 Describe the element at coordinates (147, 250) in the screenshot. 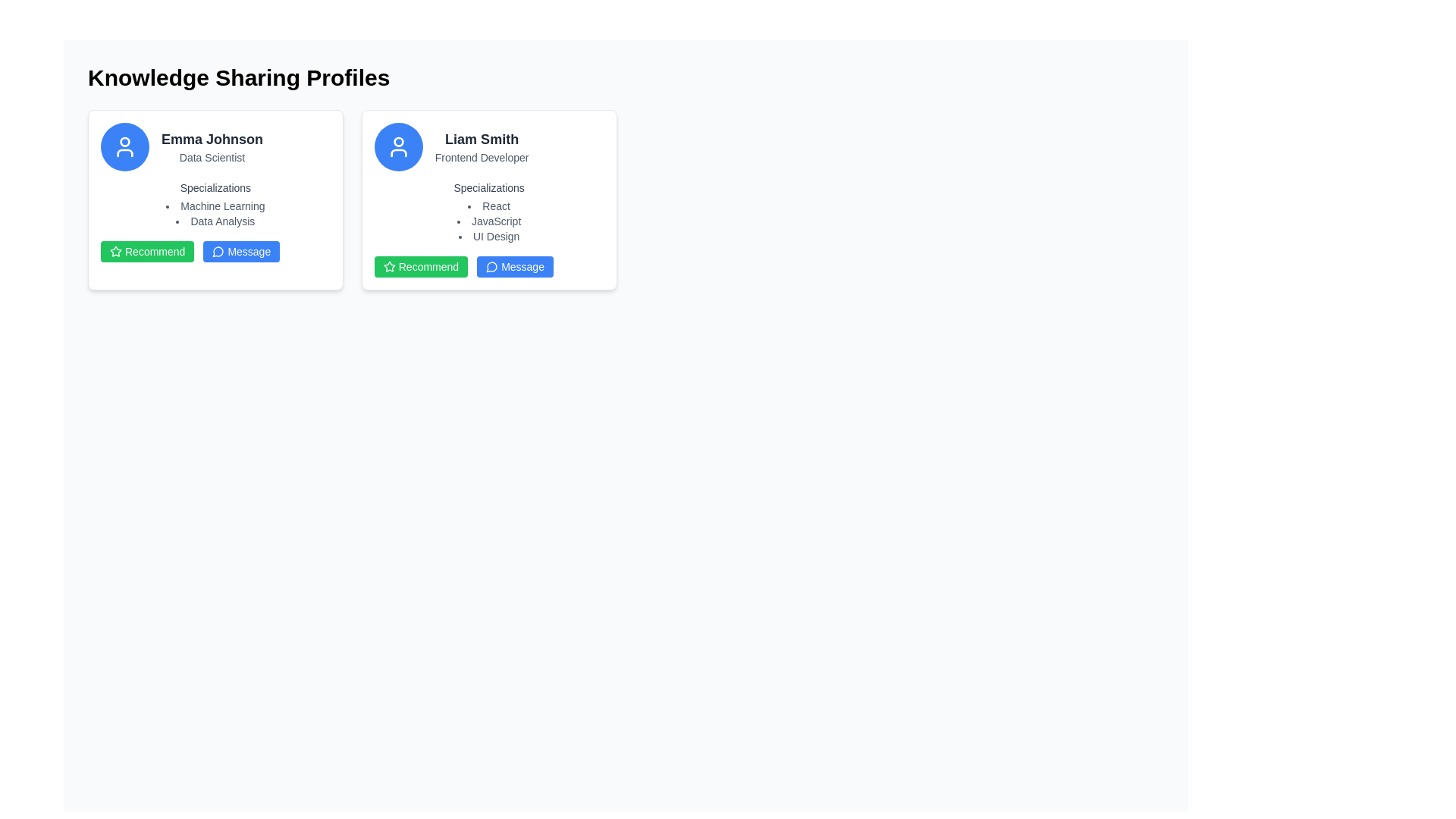

I see `the 'Recommend' button with a green background and a star icon located in the lower section of Emma Johnson's profile card` at that location.